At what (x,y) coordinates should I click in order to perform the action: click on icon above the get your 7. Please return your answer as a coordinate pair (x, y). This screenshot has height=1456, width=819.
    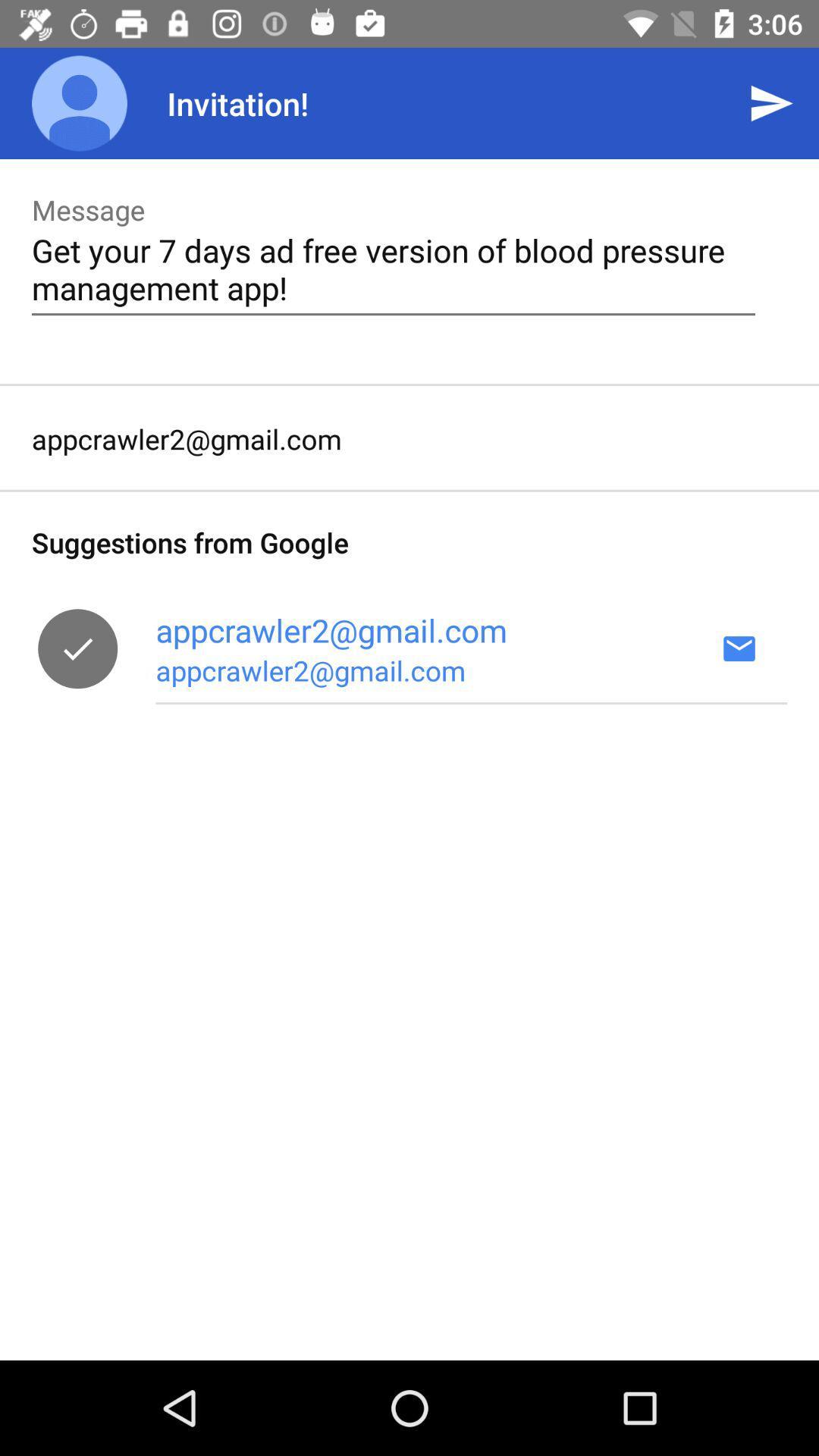
    Looking at the image, I should click on (771, 102).